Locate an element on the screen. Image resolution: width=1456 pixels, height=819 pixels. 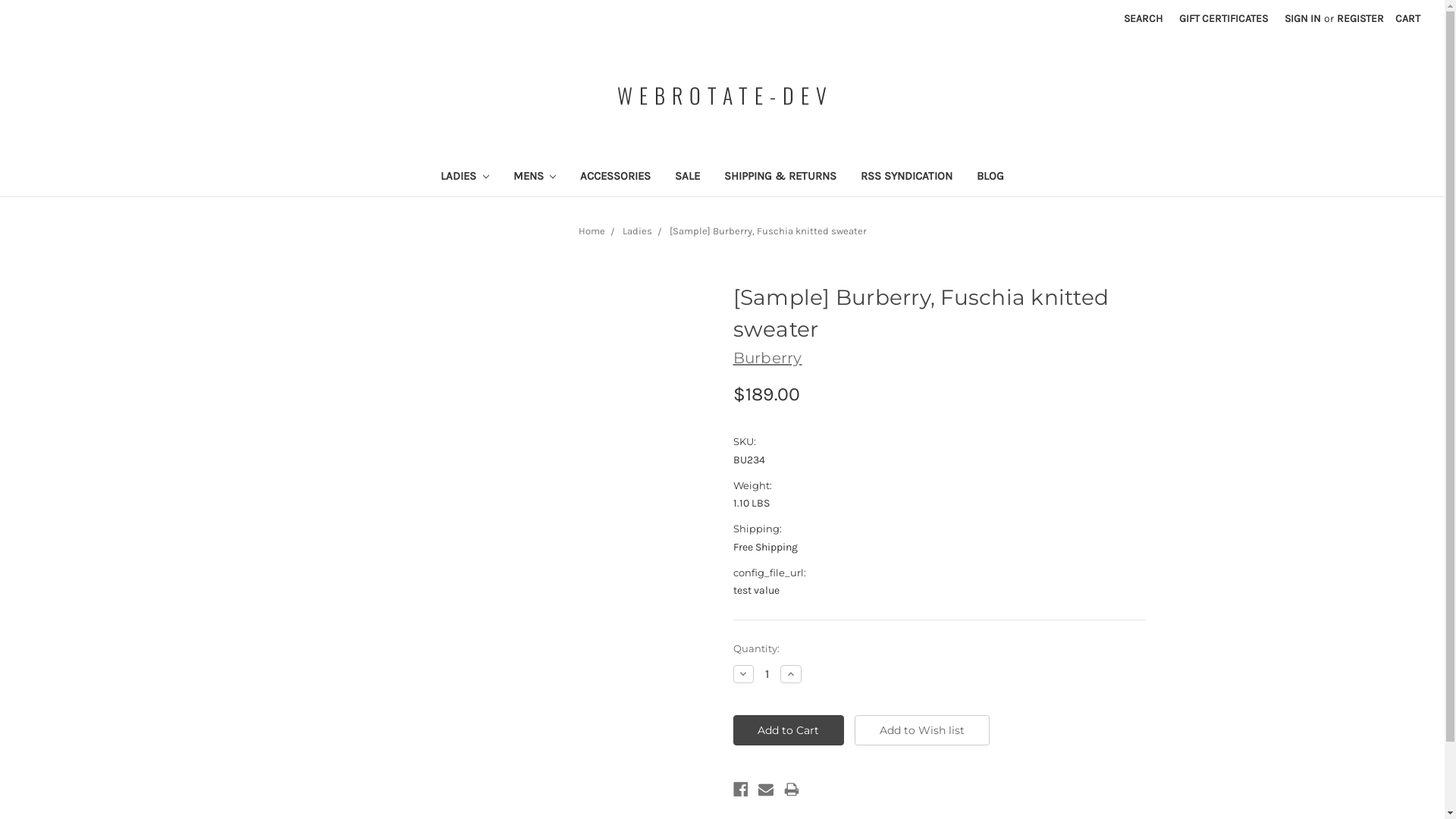
'SHIPPING & RETURNS' is located at coordinates (780, 177).